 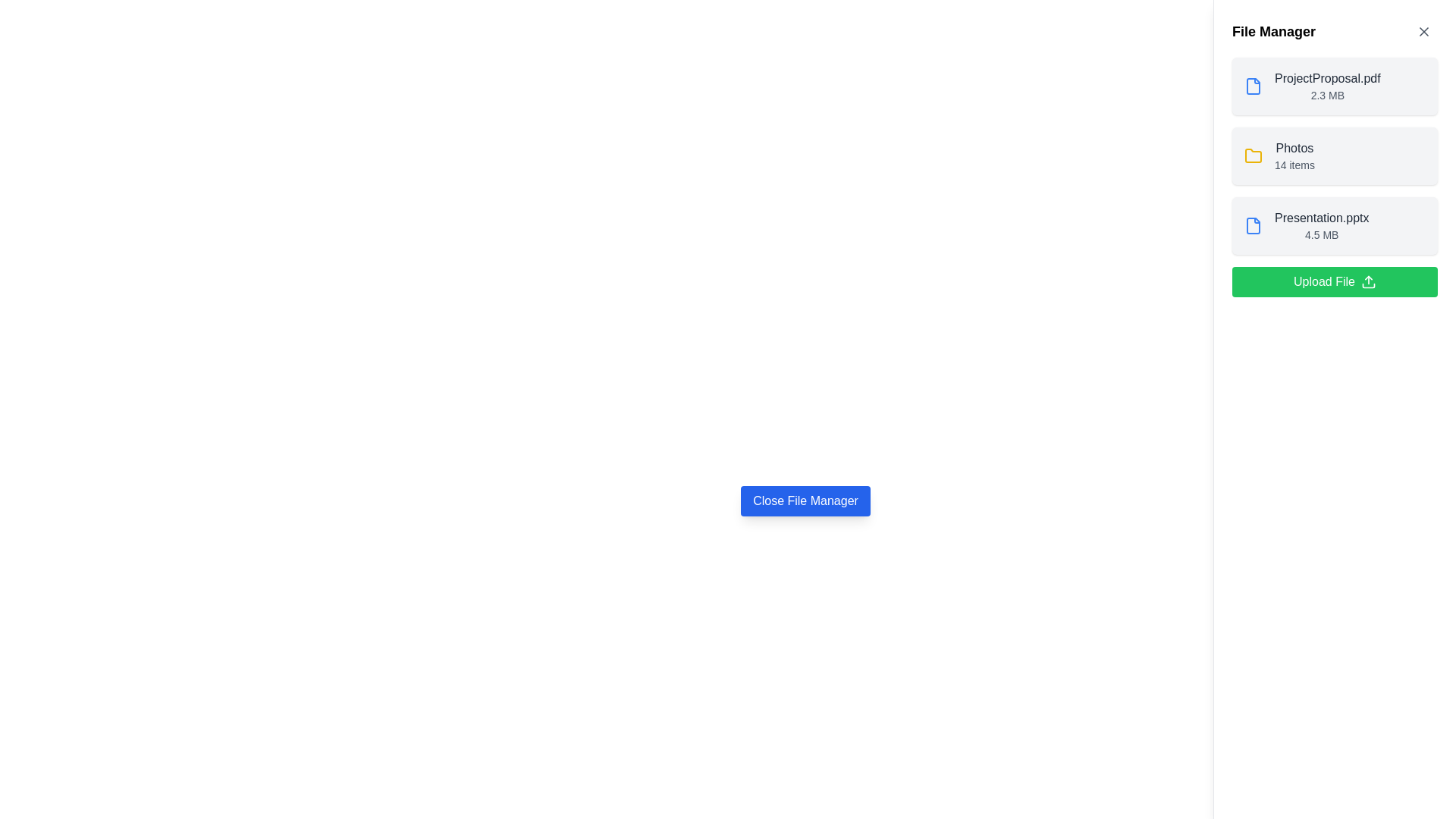 What do you see at coordinates (1368, 281) in the screenshot?
I see `the upload icon located inside the 'Upload File' button, which is a full-width green button with rounded corners, positioned towards the right side of the button layout` at bounding box center [1368, 281].